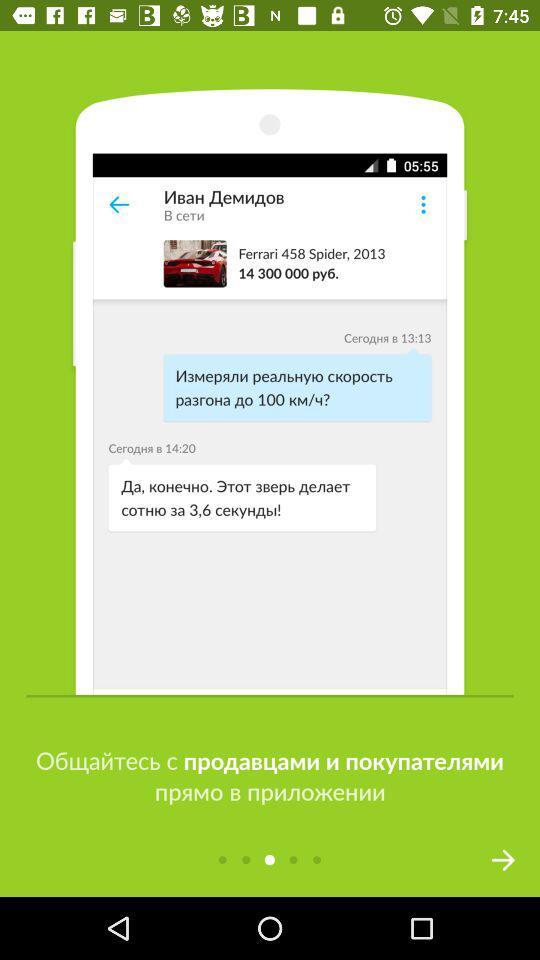  Describe the element at coordinates (502, 859) in the screenshot. I see `the arrow_forward icon` at that location.